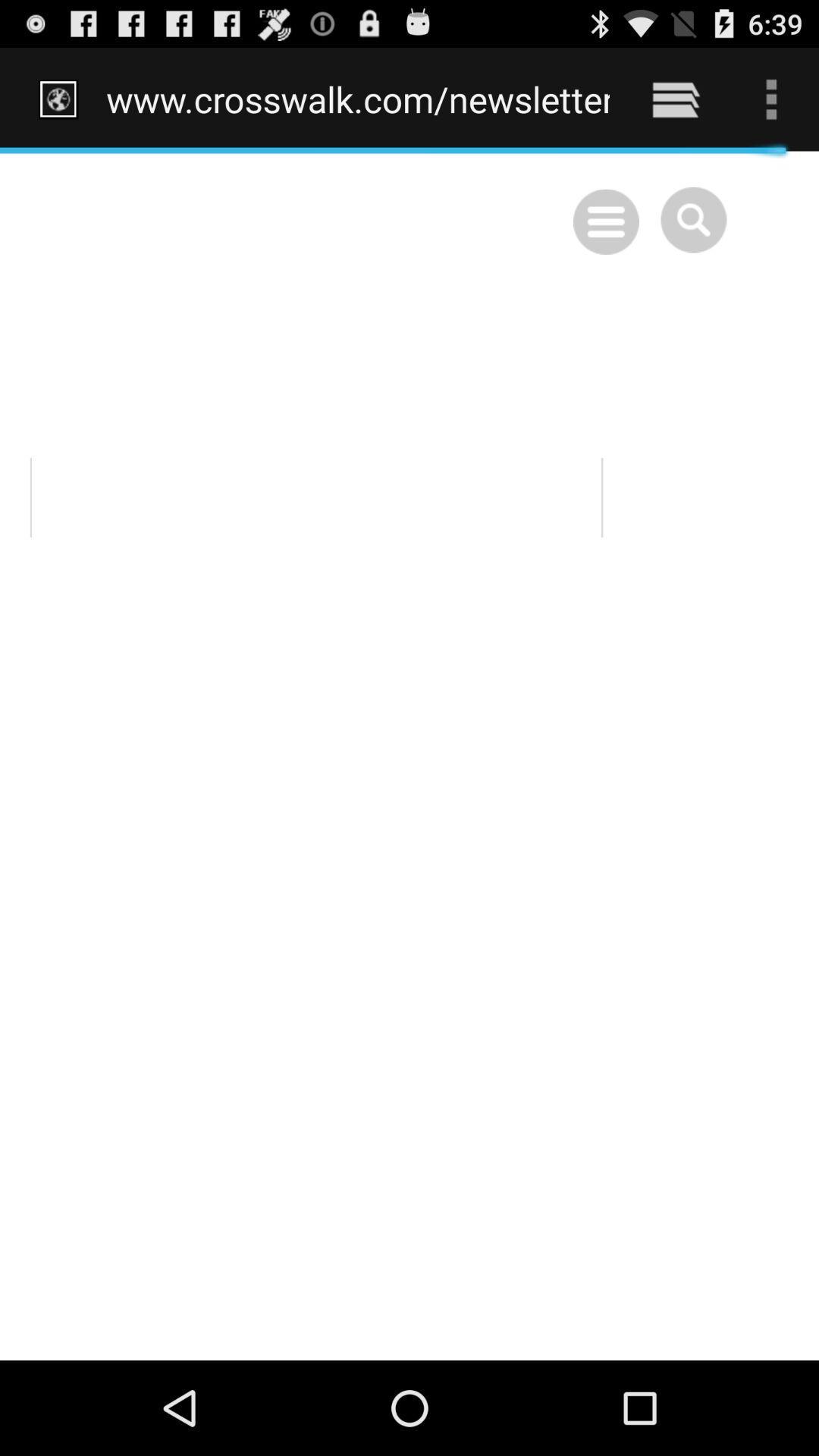  Describe the element at coordinates (358, 99) in the screenshot. I see `the www crosswalk com item` at that location.